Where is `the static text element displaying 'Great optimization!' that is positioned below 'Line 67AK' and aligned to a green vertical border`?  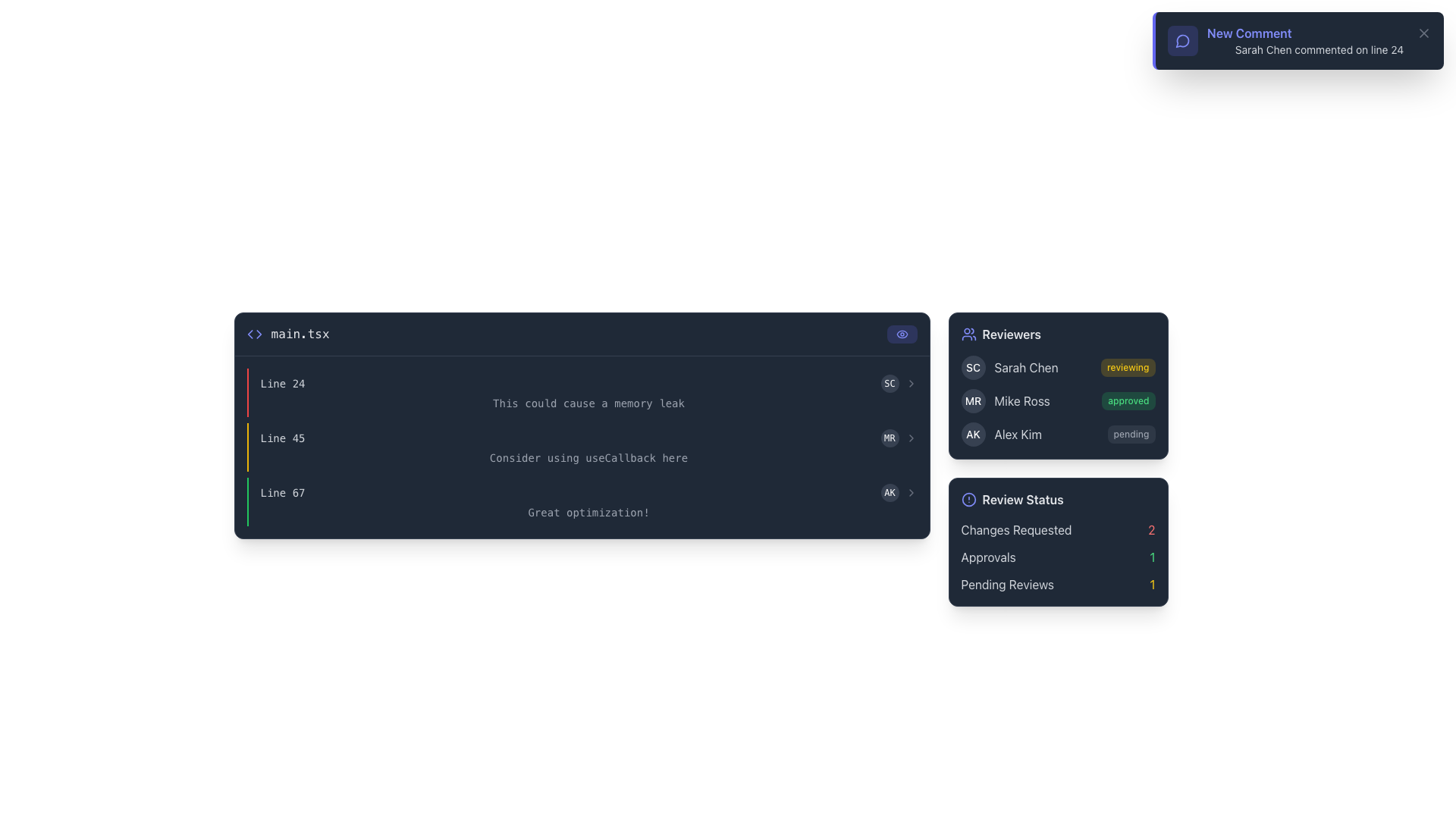 the static text element displaying 'Great optimization!' that is positioned below 'Line 67AK' and aligned to a green vertical border is located at coordinates (588, 512).